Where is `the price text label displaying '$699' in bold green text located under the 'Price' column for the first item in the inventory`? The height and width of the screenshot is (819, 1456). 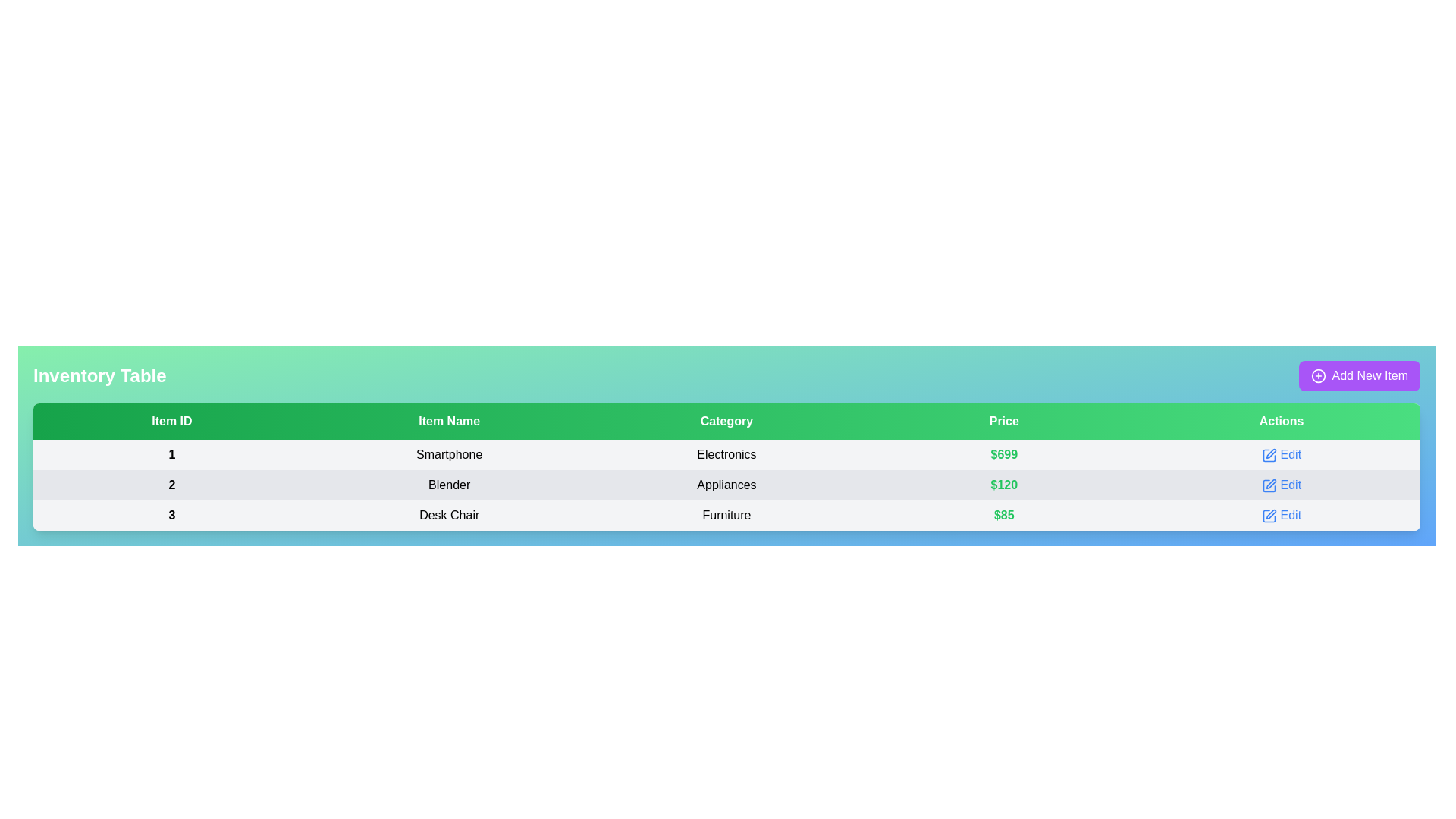
the price text label displaying '$699' in bold green text located under the 'Price' column for the first item in the inventory is located at coordinates (1004, 454).